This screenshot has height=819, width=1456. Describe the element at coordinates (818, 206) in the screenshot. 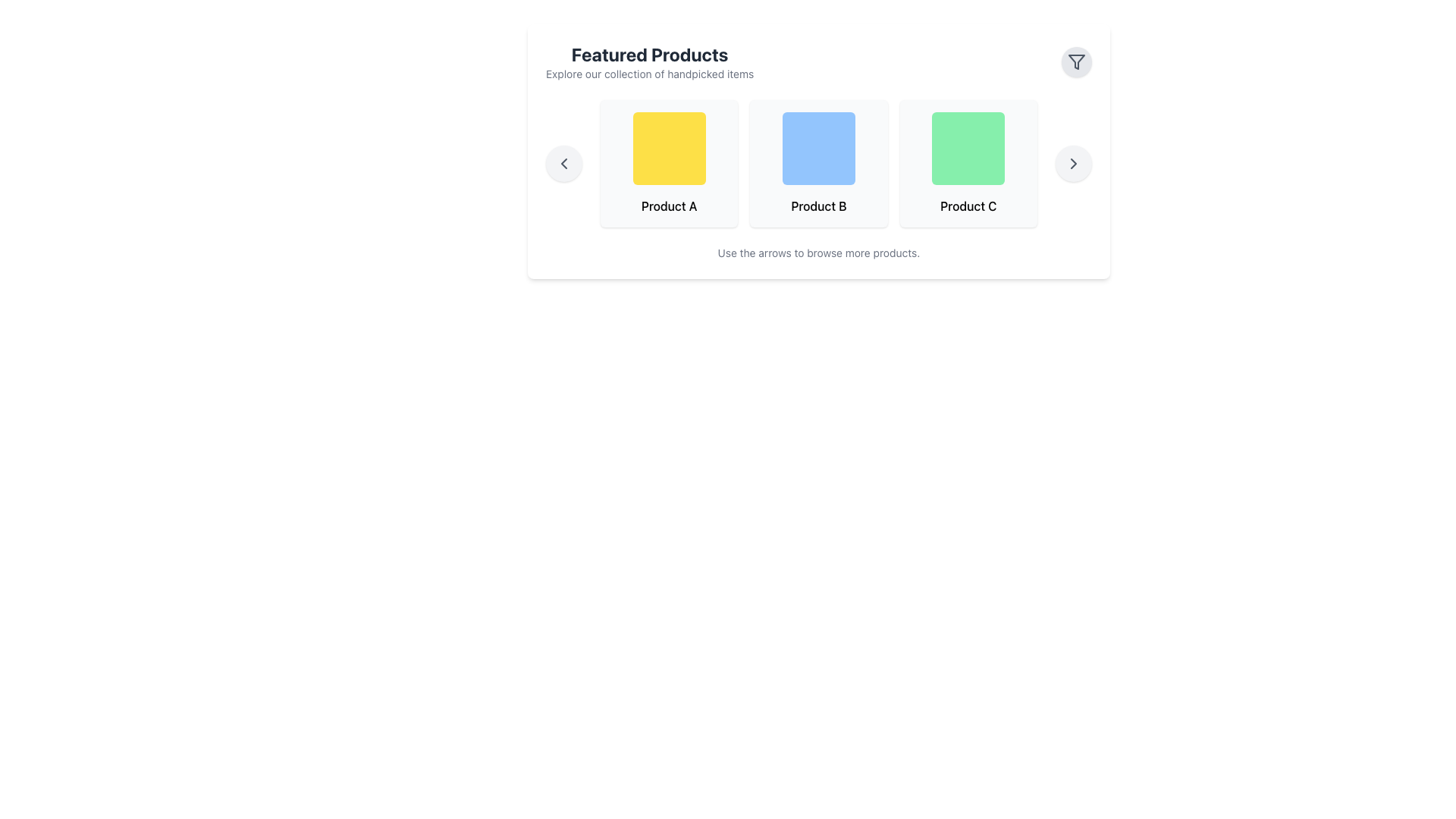

I see `text label 'Product B' located at the bottom center of the second card in a horizontal arrangement of three cards, which is identified by the blue square graphic above it` at that location.